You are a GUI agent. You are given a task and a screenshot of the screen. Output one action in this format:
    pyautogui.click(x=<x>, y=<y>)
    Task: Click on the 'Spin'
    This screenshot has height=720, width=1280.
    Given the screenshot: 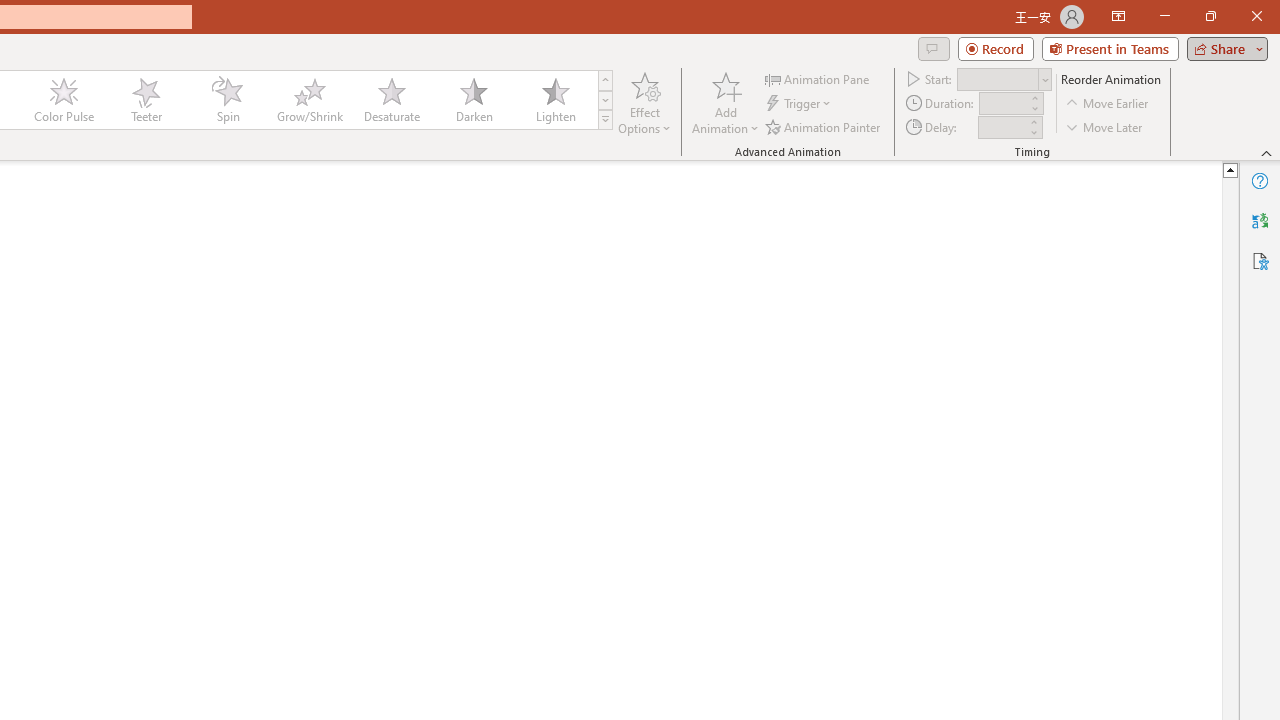 What is the action you would take?
    pyautogui.click(x=227, y=100)
    